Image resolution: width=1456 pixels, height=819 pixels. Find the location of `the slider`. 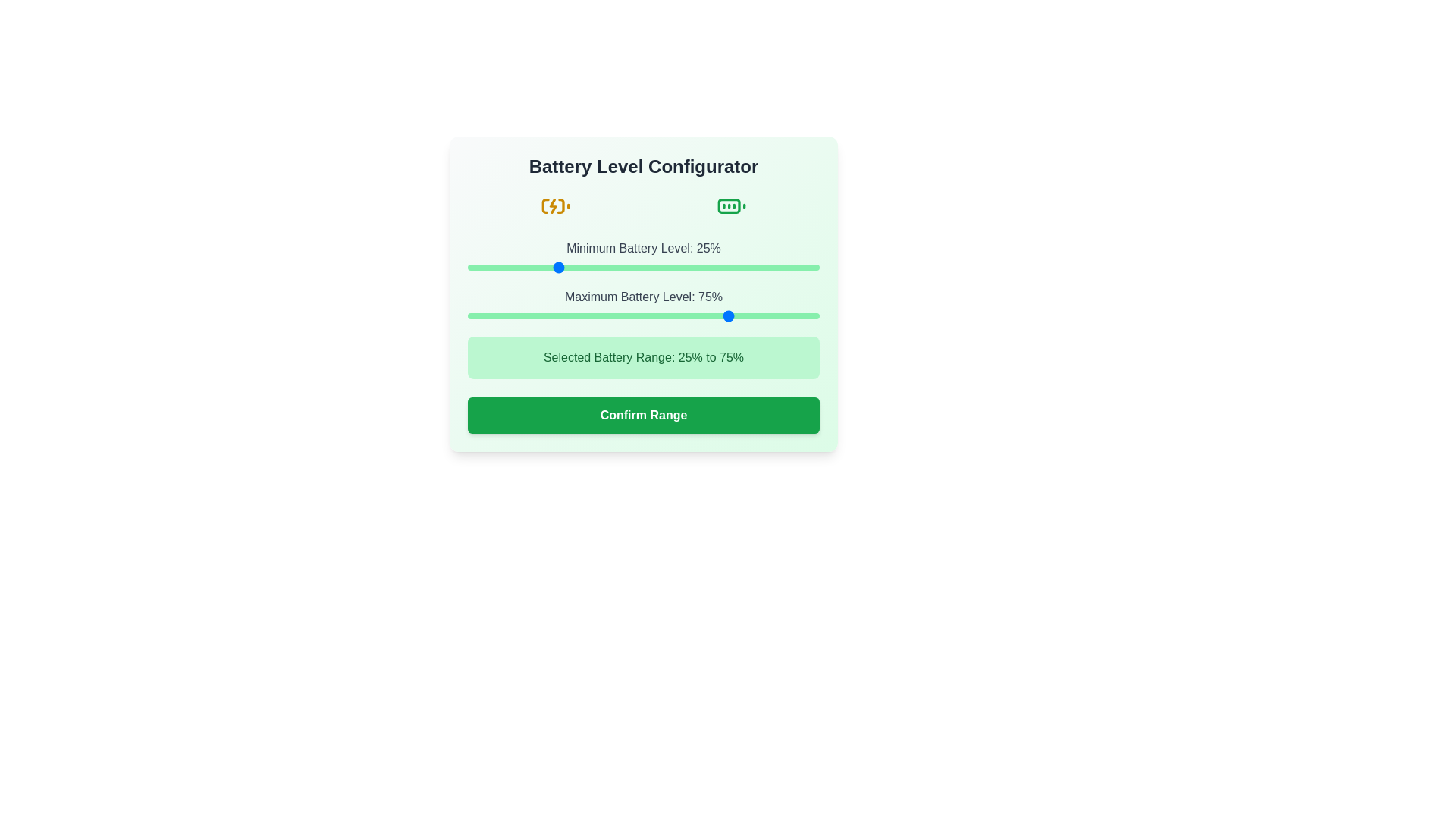

the slider is located at coordinates (739, 315).